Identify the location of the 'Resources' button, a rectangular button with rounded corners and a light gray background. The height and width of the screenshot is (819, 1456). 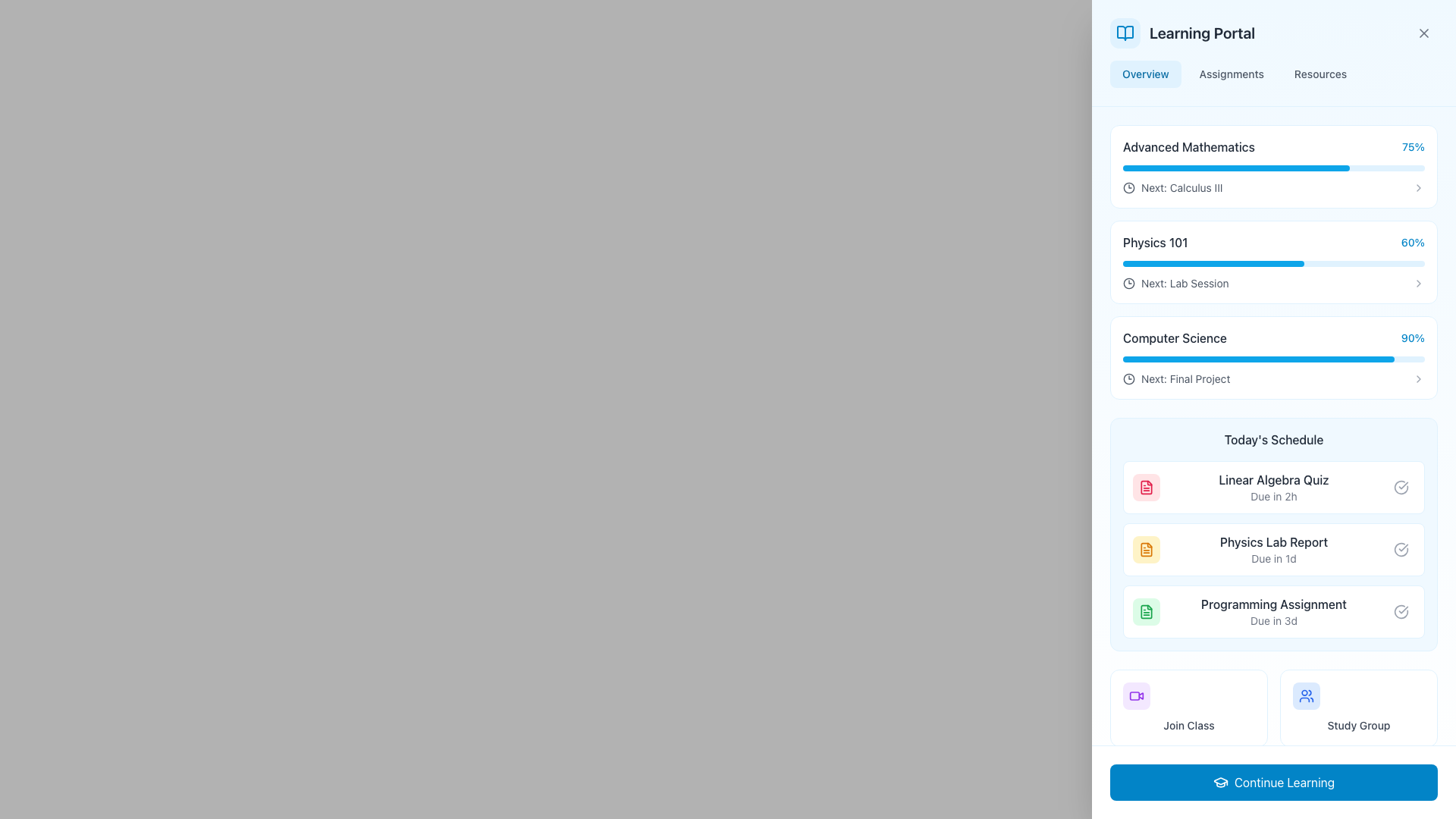
(1319, 74).